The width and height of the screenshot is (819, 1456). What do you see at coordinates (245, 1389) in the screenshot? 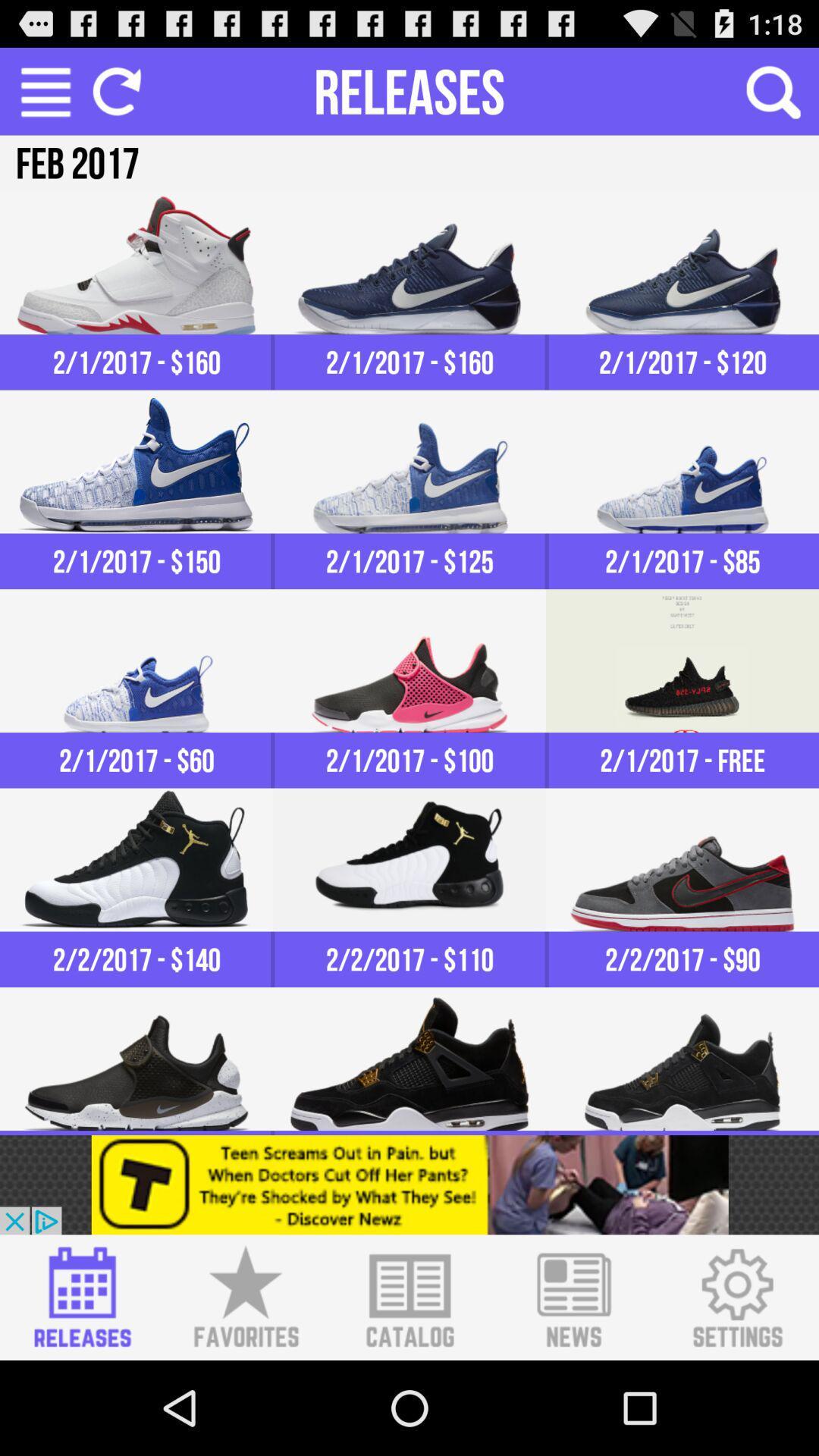
I see `the star icon` at bounding box center [245, 1389].